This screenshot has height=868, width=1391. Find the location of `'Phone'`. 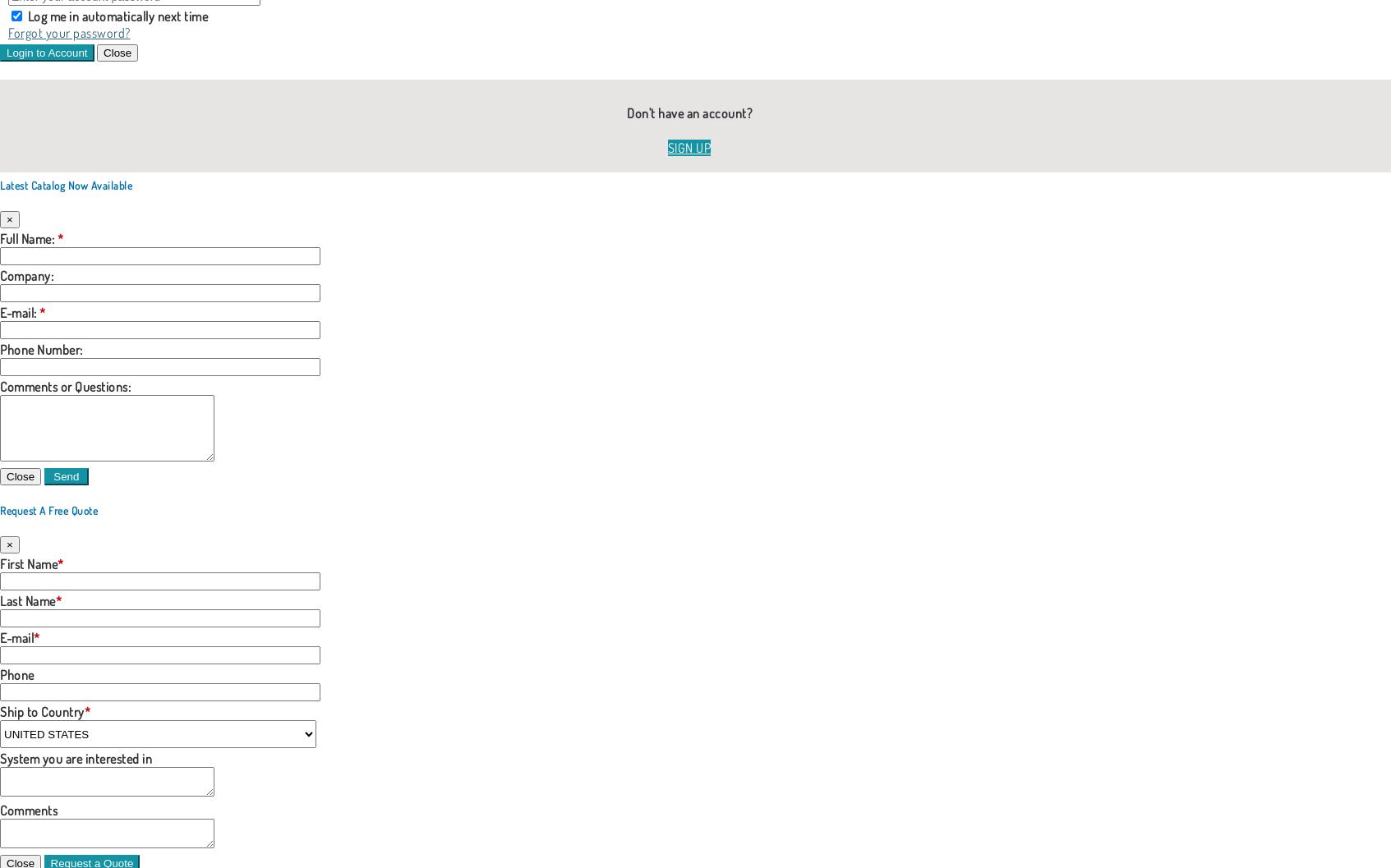

'Phone' is located at coordinates (16, 675).